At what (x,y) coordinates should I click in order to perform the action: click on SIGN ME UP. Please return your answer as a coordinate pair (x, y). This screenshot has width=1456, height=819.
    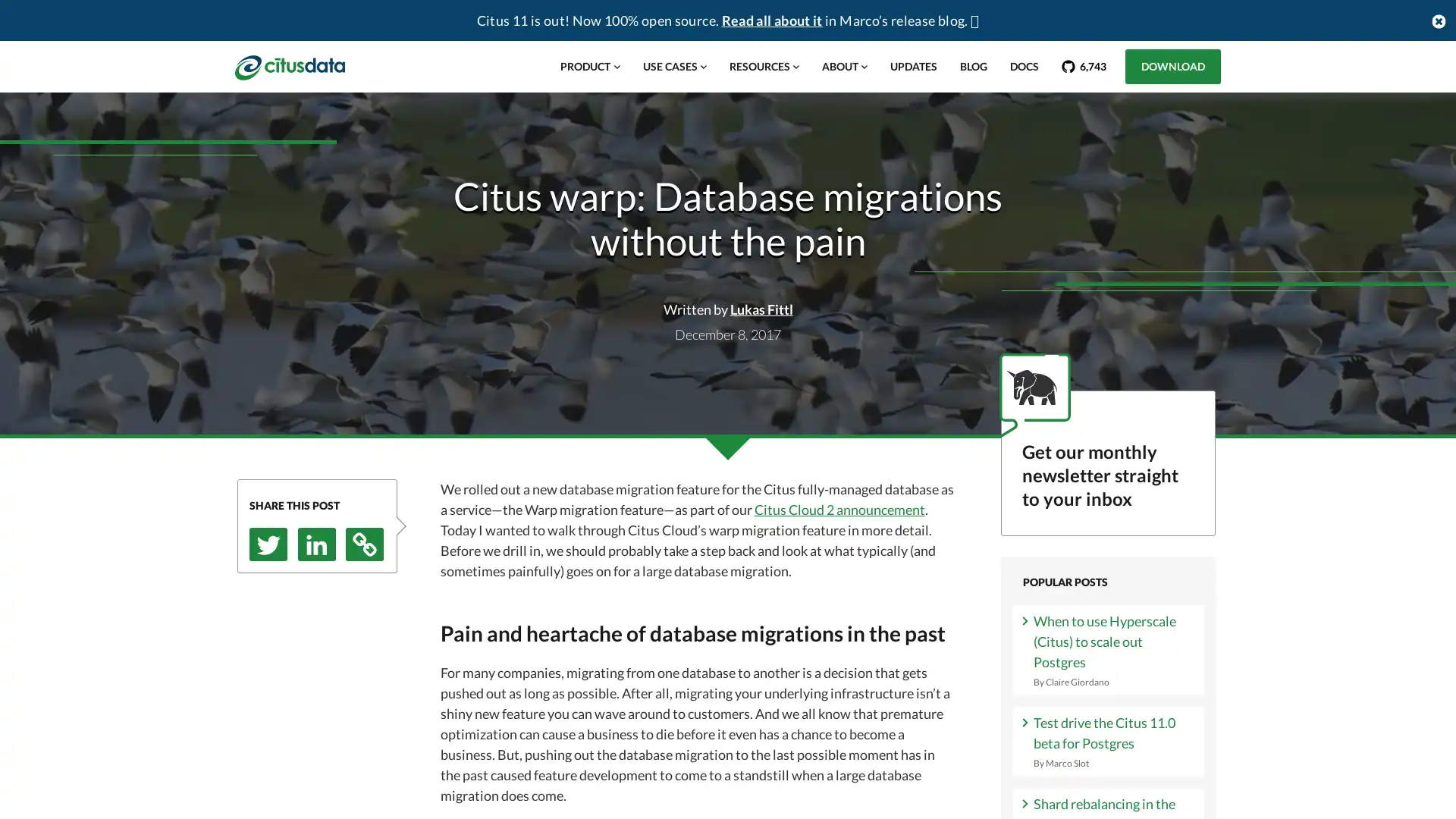
    Looking at the image, I should click on (1107, 620).